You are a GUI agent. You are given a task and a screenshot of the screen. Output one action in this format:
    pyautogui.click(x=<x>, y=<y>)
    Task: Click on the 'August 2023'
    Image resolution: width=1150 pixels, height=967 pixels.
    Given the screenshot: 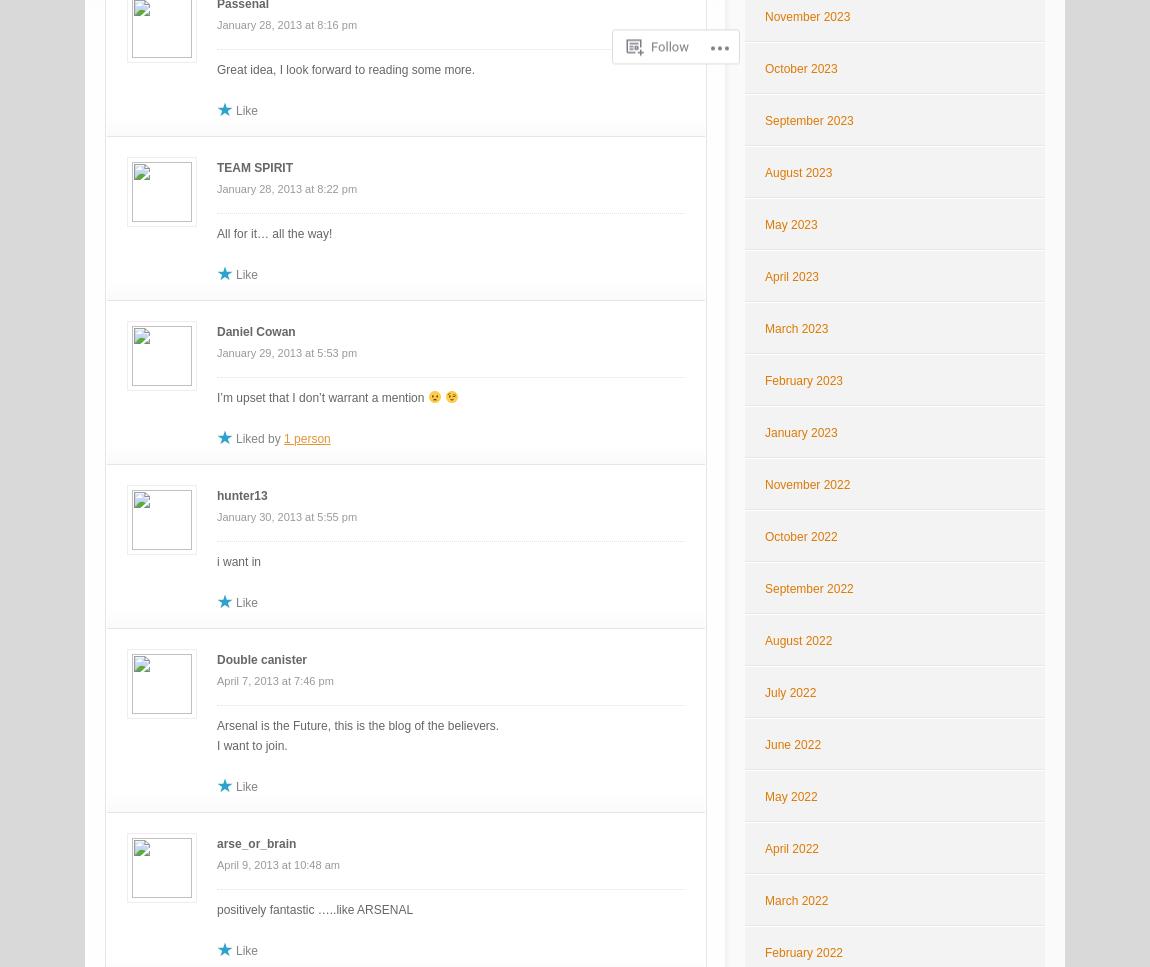 What is the action you would take?
    pyautogui.click(x=797, y=172)
    